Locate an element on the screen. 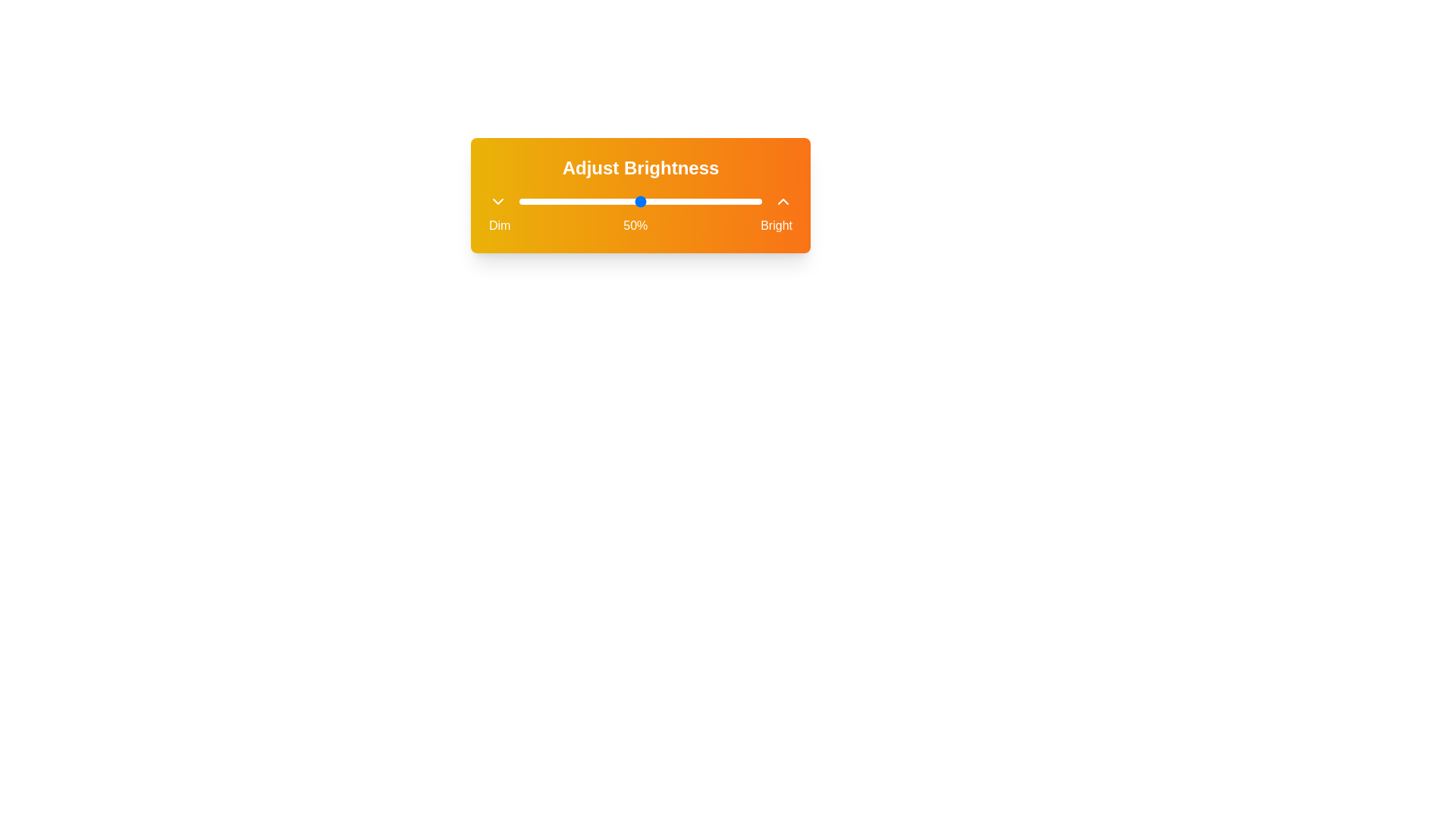 Image resolution: width=1456 pixels, height=819 pixels. the chevron-shaped icon button resembling an upward-pointing arrow, which is white on an orange background, located in the top-right area beside the label 'Bright' is located at coordinates (783, 201).